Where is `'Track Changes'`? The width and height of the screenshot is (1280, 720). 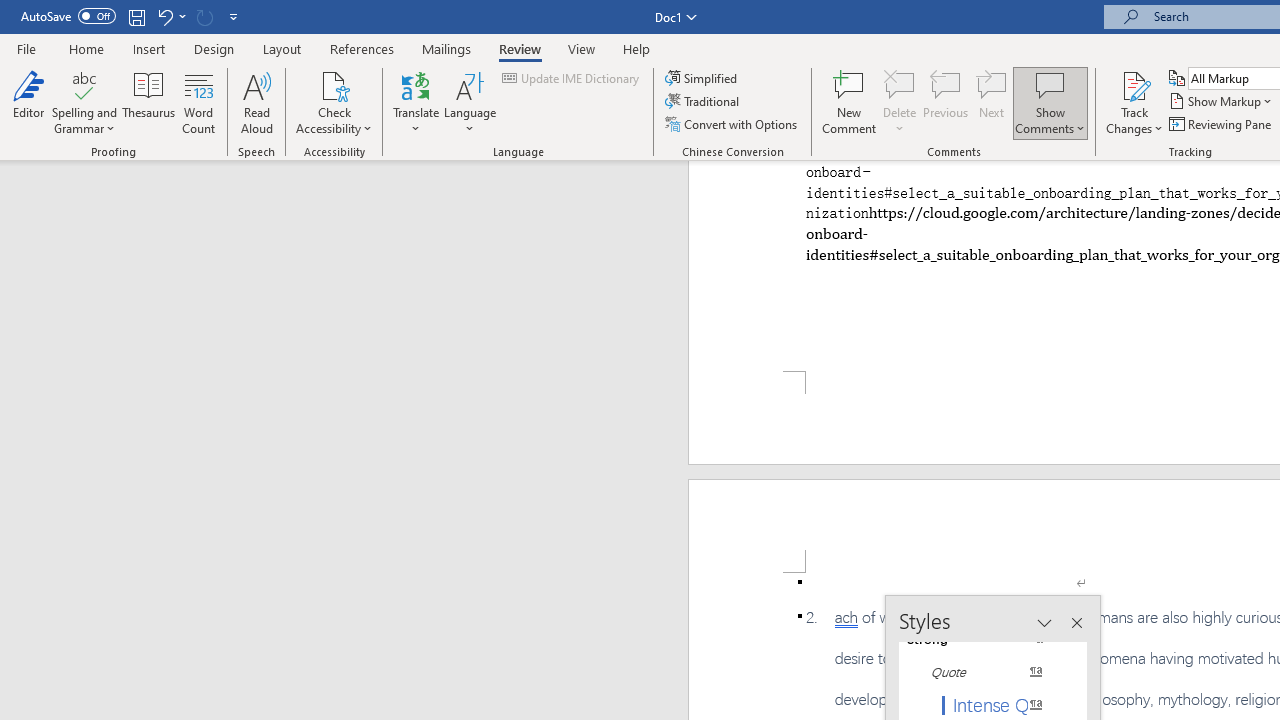
'Track Changes' is located at coordinates (1134, 103).